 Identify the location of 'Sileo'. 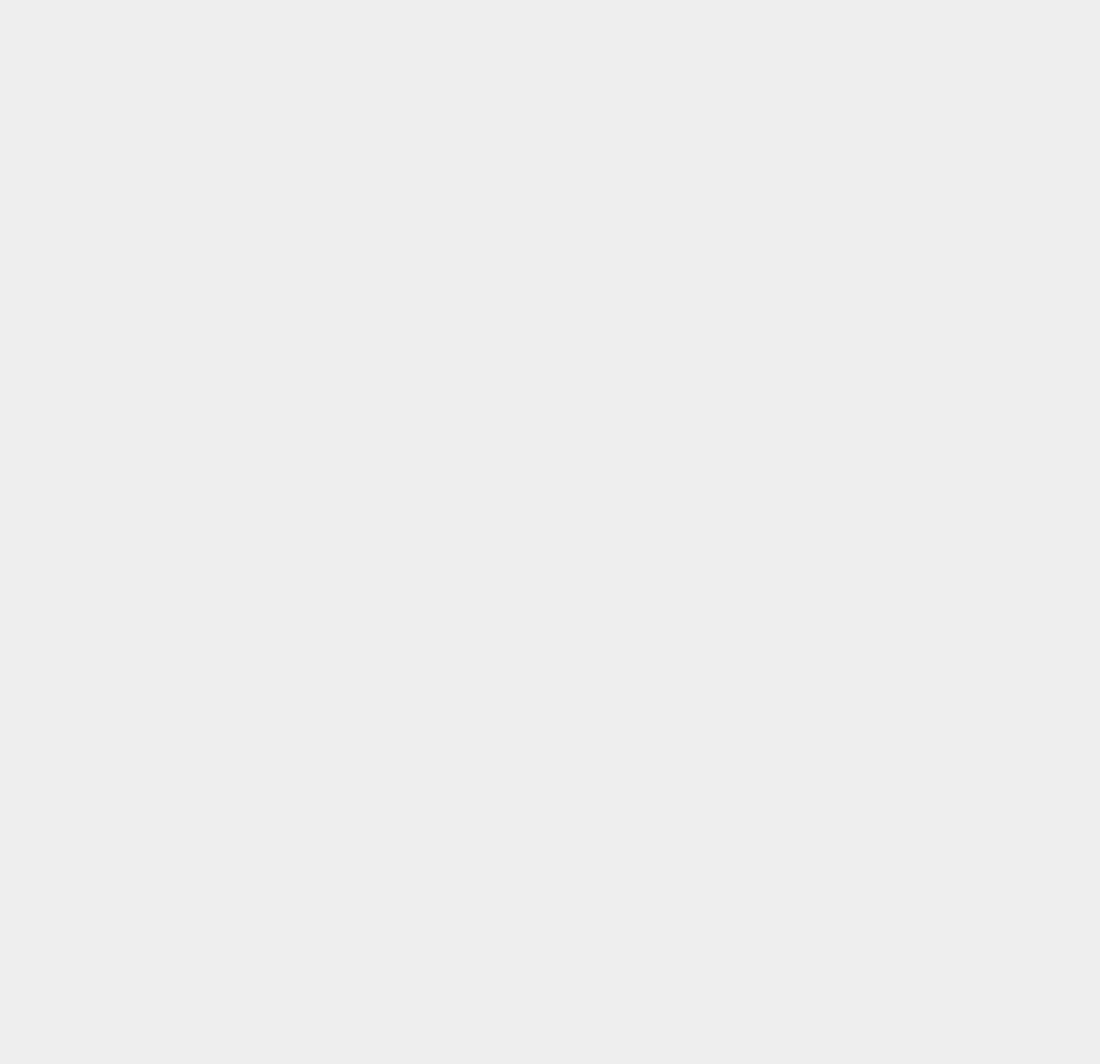
(778, 993).